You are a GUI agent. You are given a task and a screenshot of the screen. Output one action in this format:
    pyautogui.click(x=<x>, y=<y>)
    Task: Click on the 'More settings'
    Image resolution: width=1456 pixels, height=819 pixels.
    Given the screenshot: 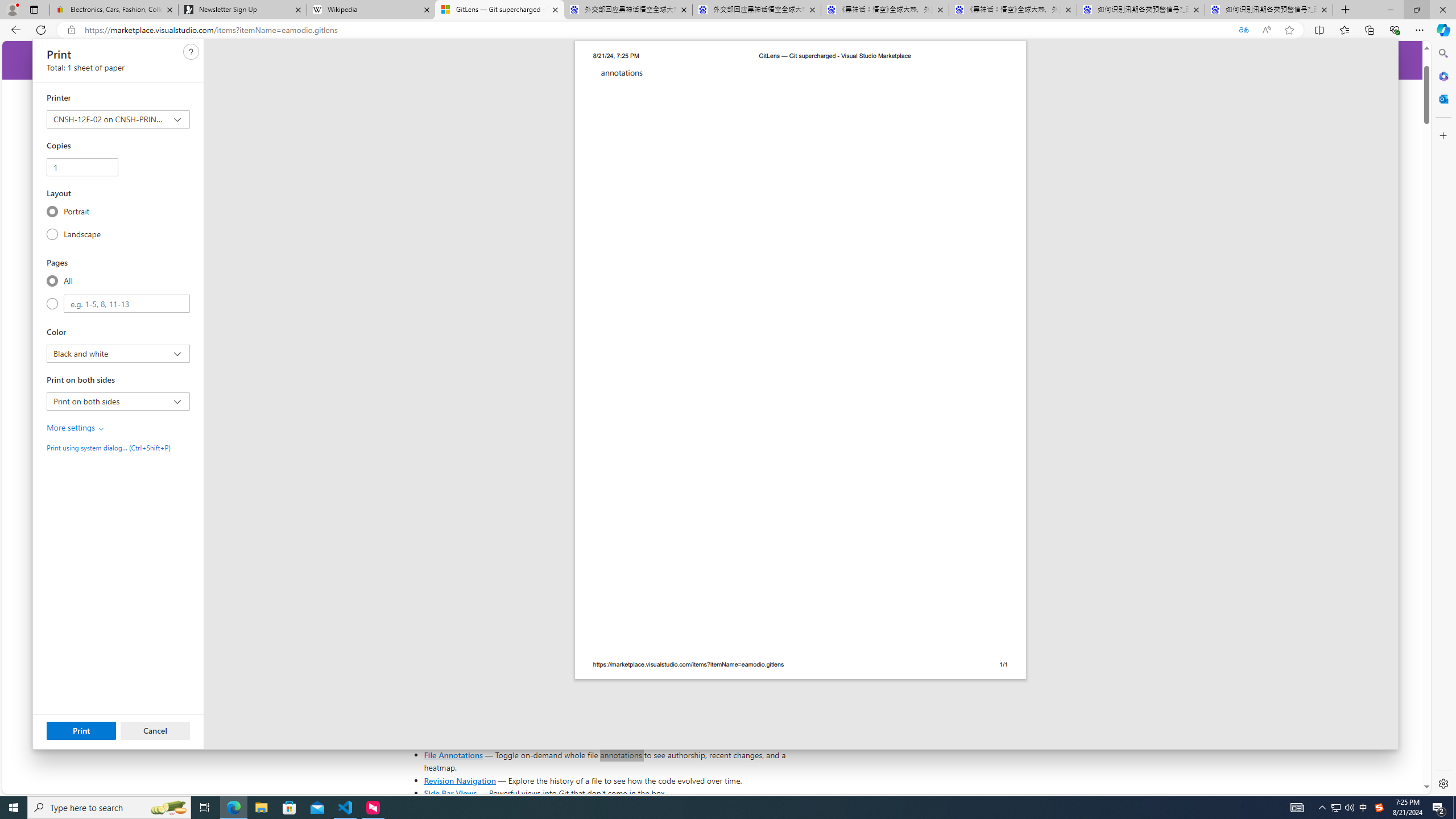 What is the action you would take?
    pyautogui.click(x=76, y=427)
    